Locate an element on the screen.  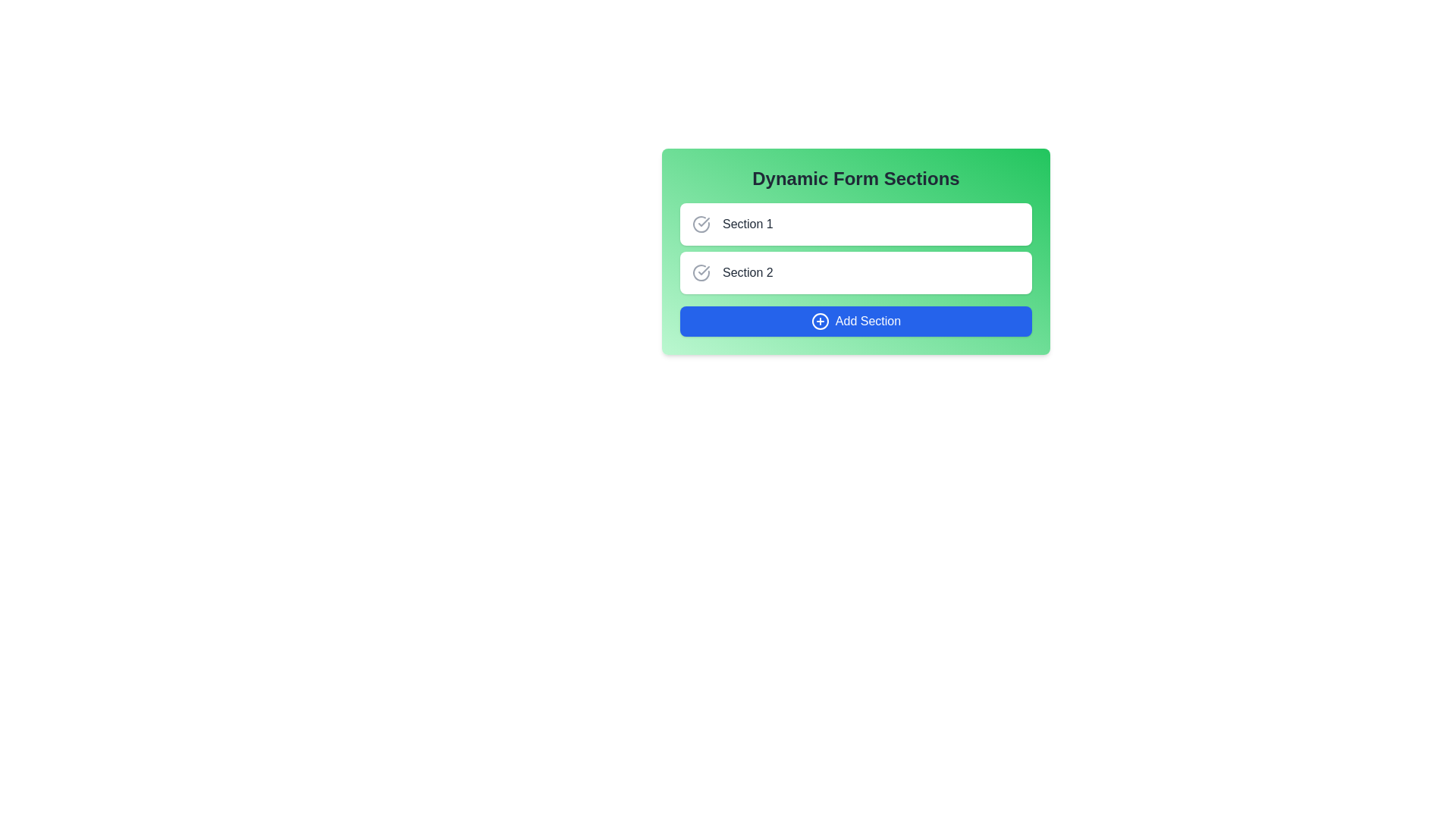
the visual state of the icon indicating the status of 'Section 2', positioned to the far left of its label is located at coordinates (701, 271).